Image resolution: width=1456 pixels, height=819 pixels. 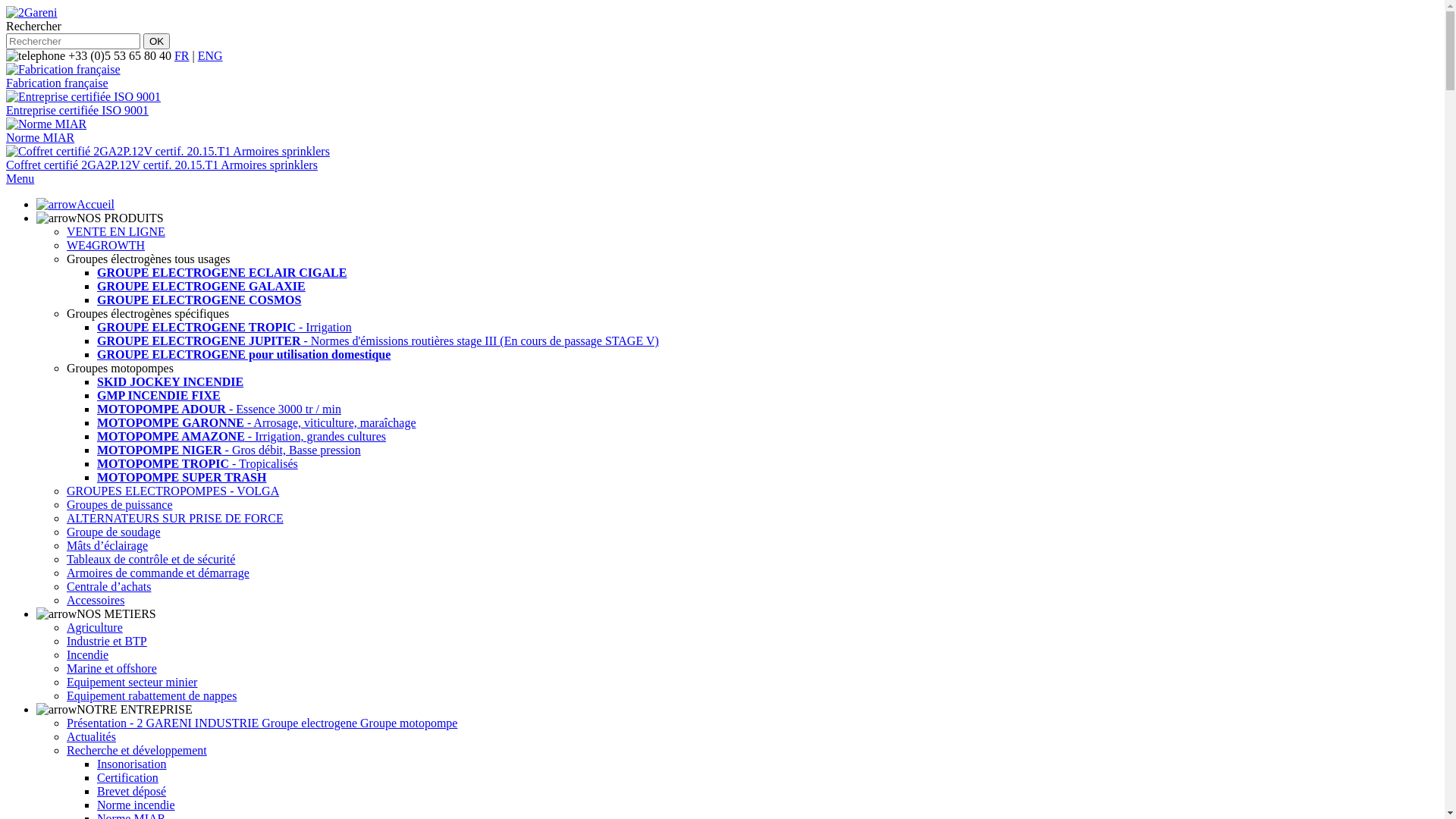 I want to click on 'Marine et offshore', so click(x=65, y=667).